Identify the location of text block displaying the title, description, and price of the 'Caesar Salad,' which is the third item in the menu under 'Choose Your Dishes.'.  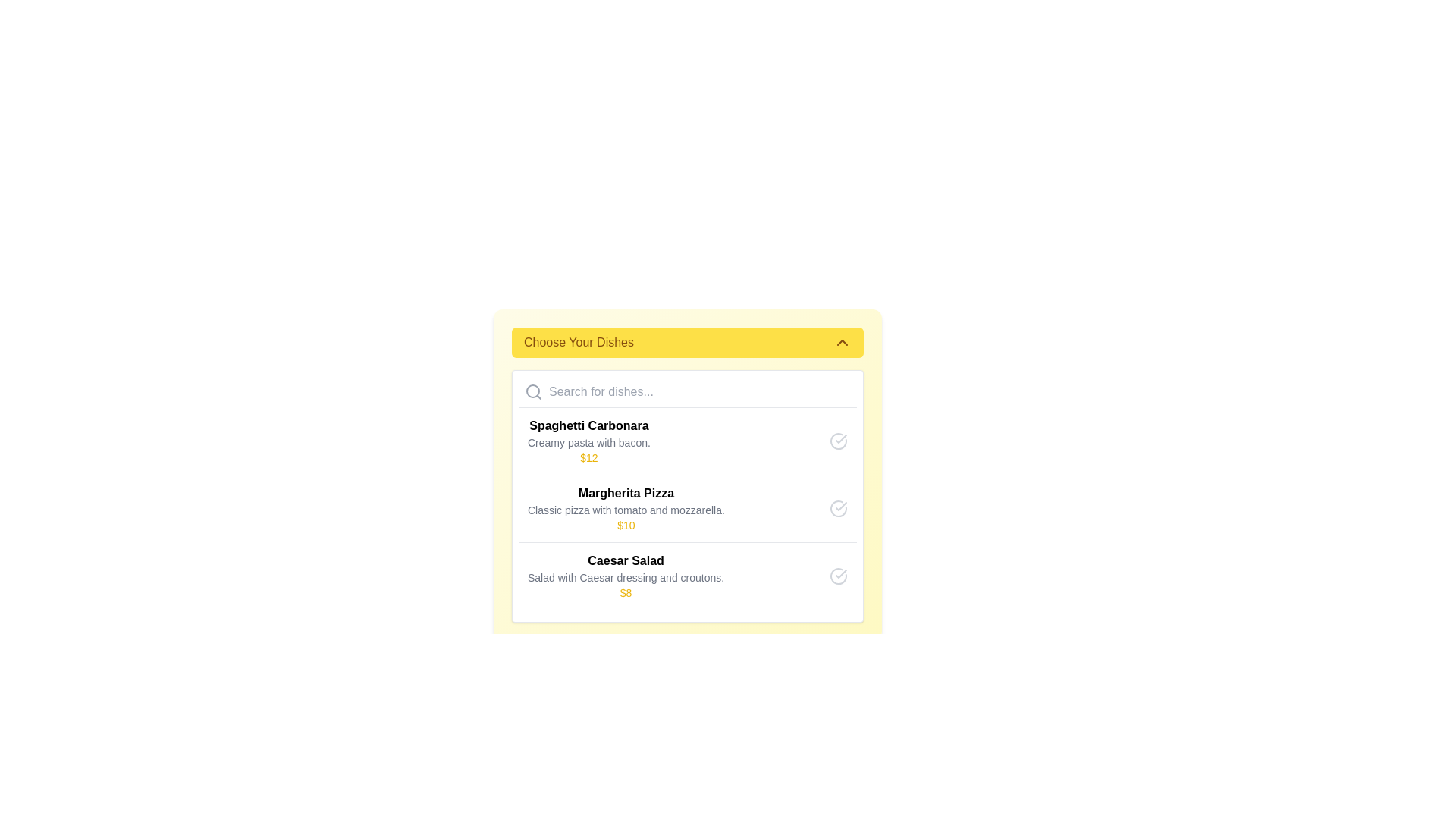
(626, 576).